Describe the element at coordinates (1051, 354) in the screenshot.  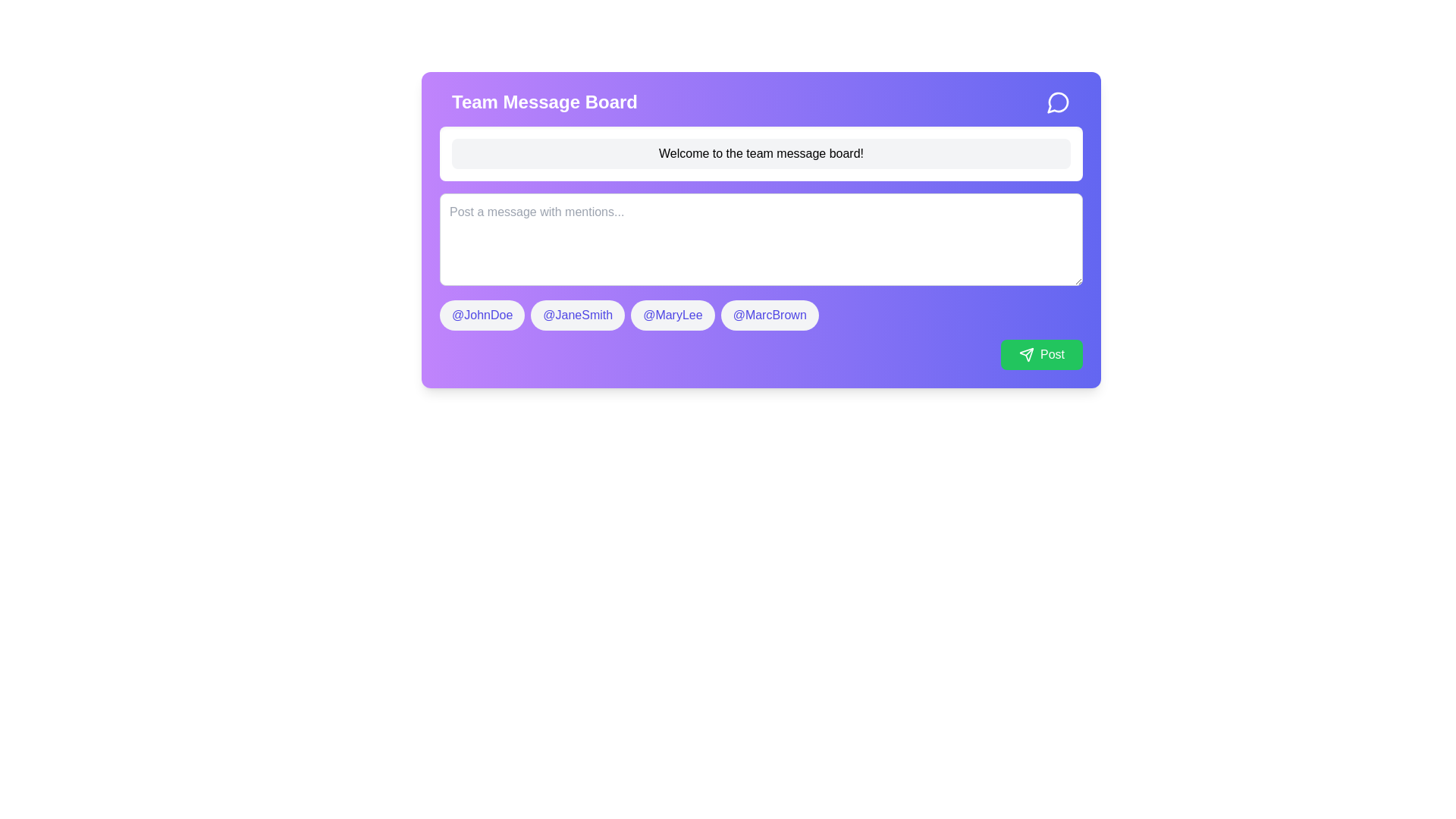
I see `text 'Post' located in the center of the green button at the bottom right corner of the purple message board to understand its purpose for submitting content` at that location.